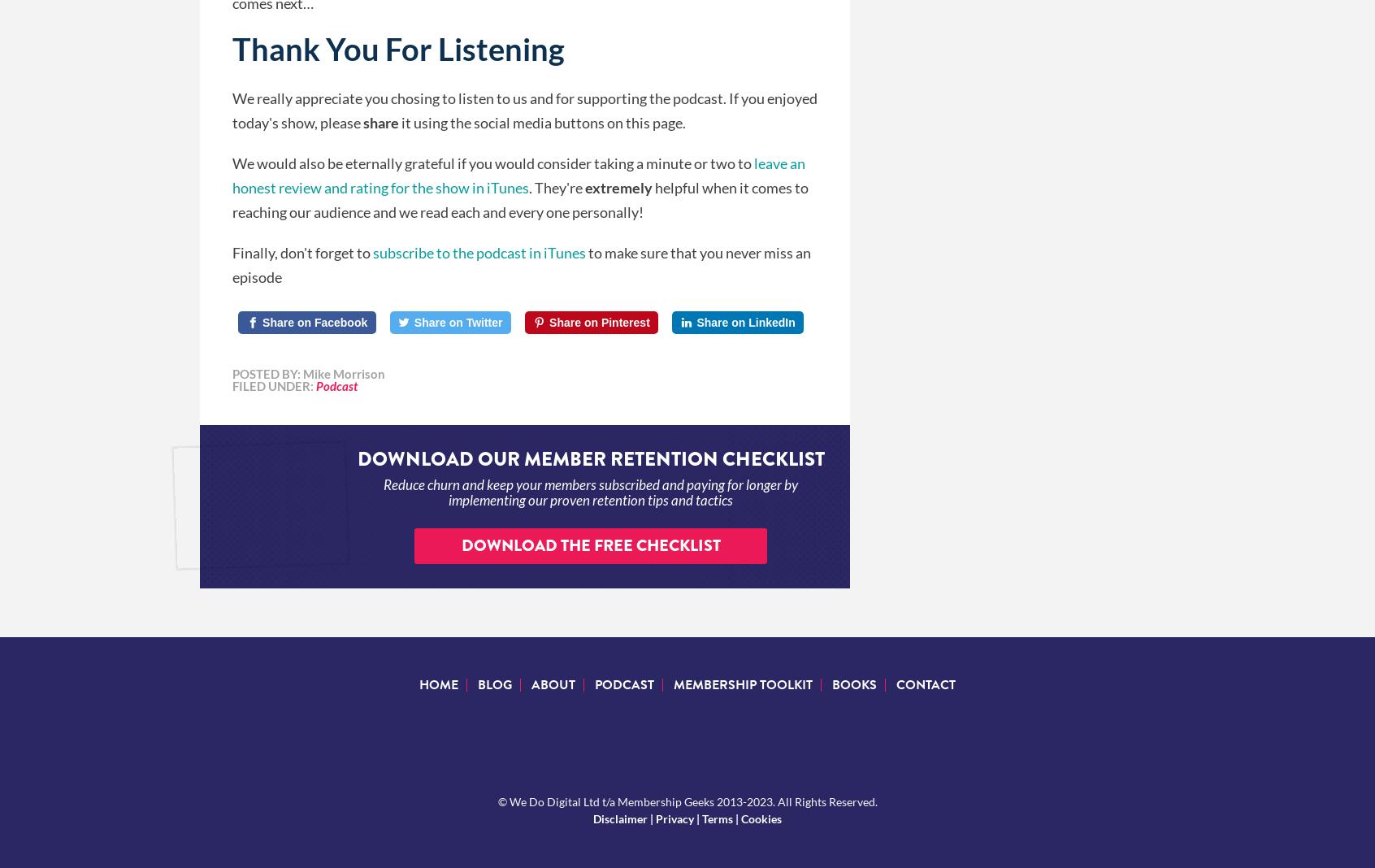 This screenshot has height=868, width=1375. What do you see at coordinates (687, 801) in the screenshot?
I see `'© We Do Digital Ltd t/a Membership Geeks 2013-2023. All Rights Reserved.'` at bounding box center [687, 801].